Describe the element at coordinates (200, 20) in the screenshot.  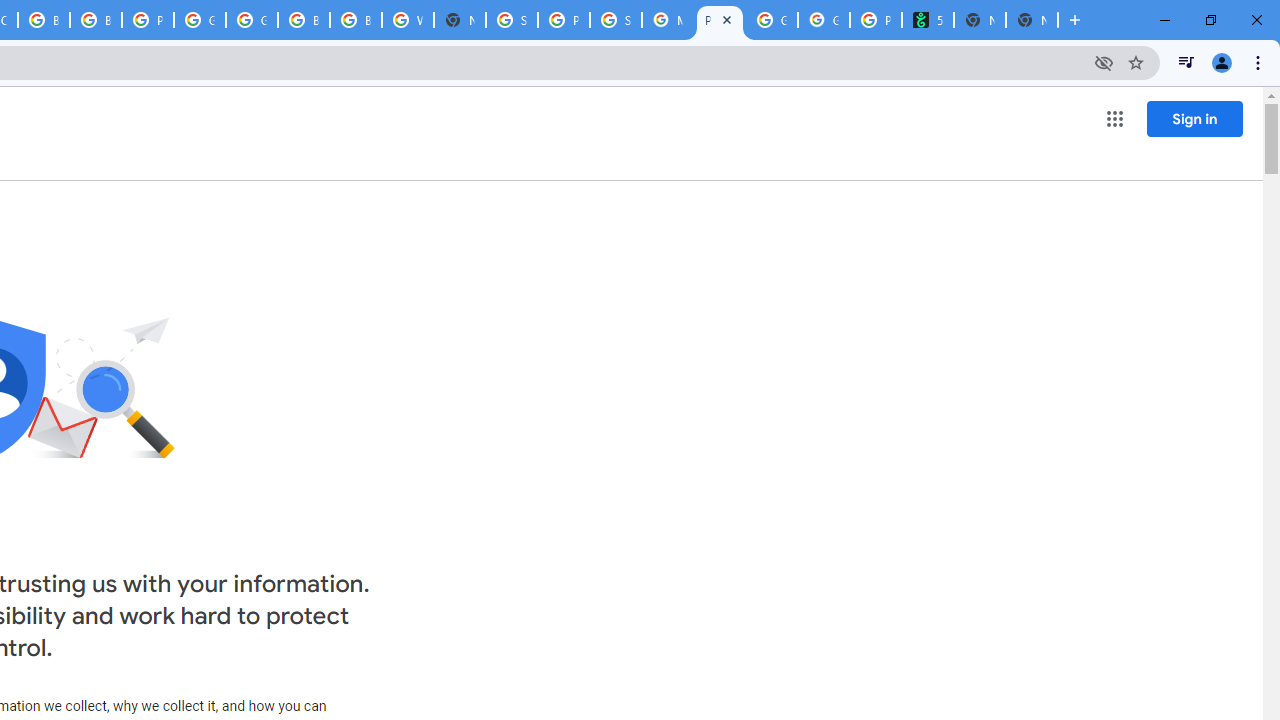
I see `'Google Cloud Platform'` at that location.